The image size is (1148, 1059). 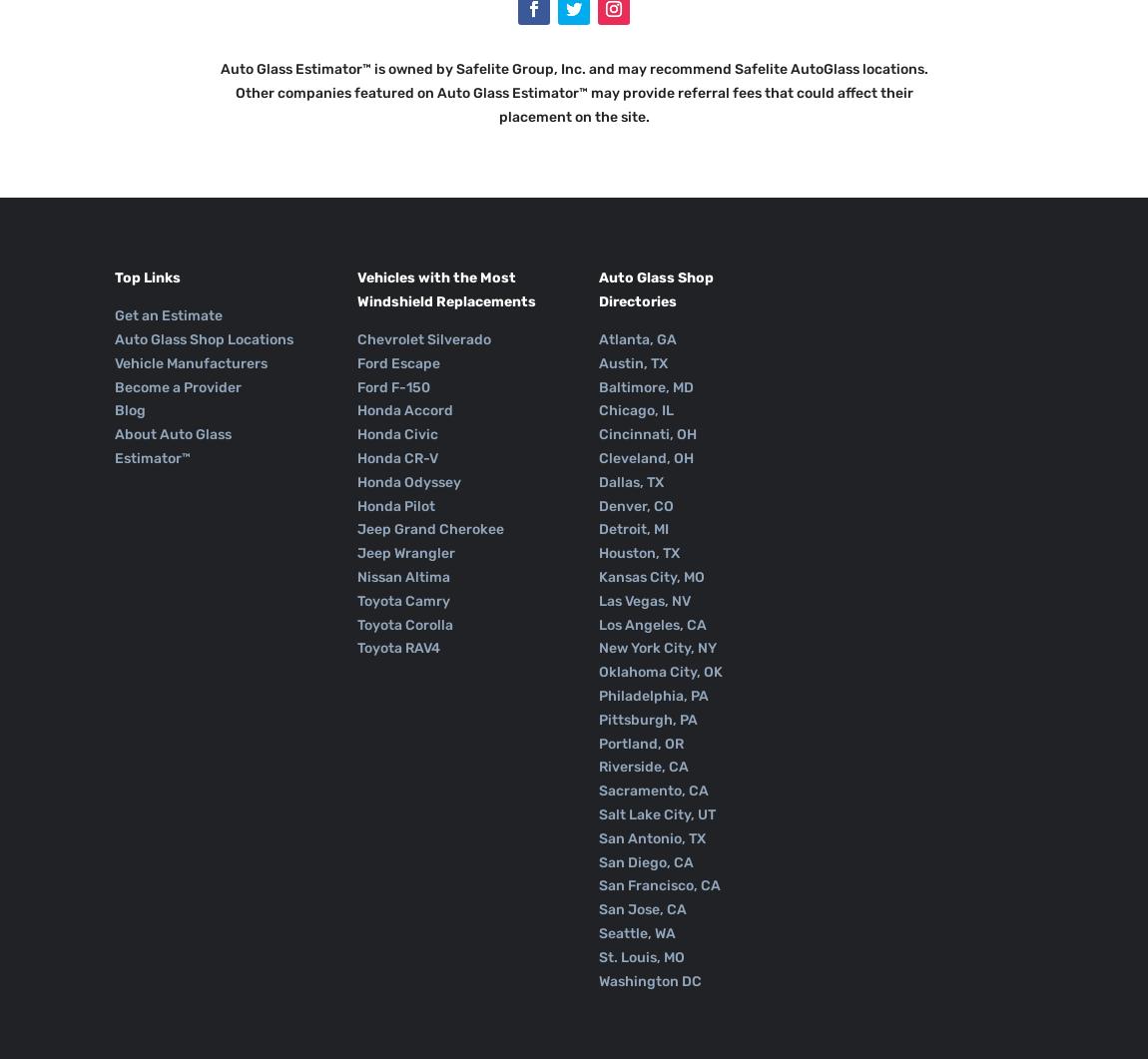 What do you see at coordinates (129, 410) in the screenshot?
I see `'Blog'` at bounding box center [129, 410].